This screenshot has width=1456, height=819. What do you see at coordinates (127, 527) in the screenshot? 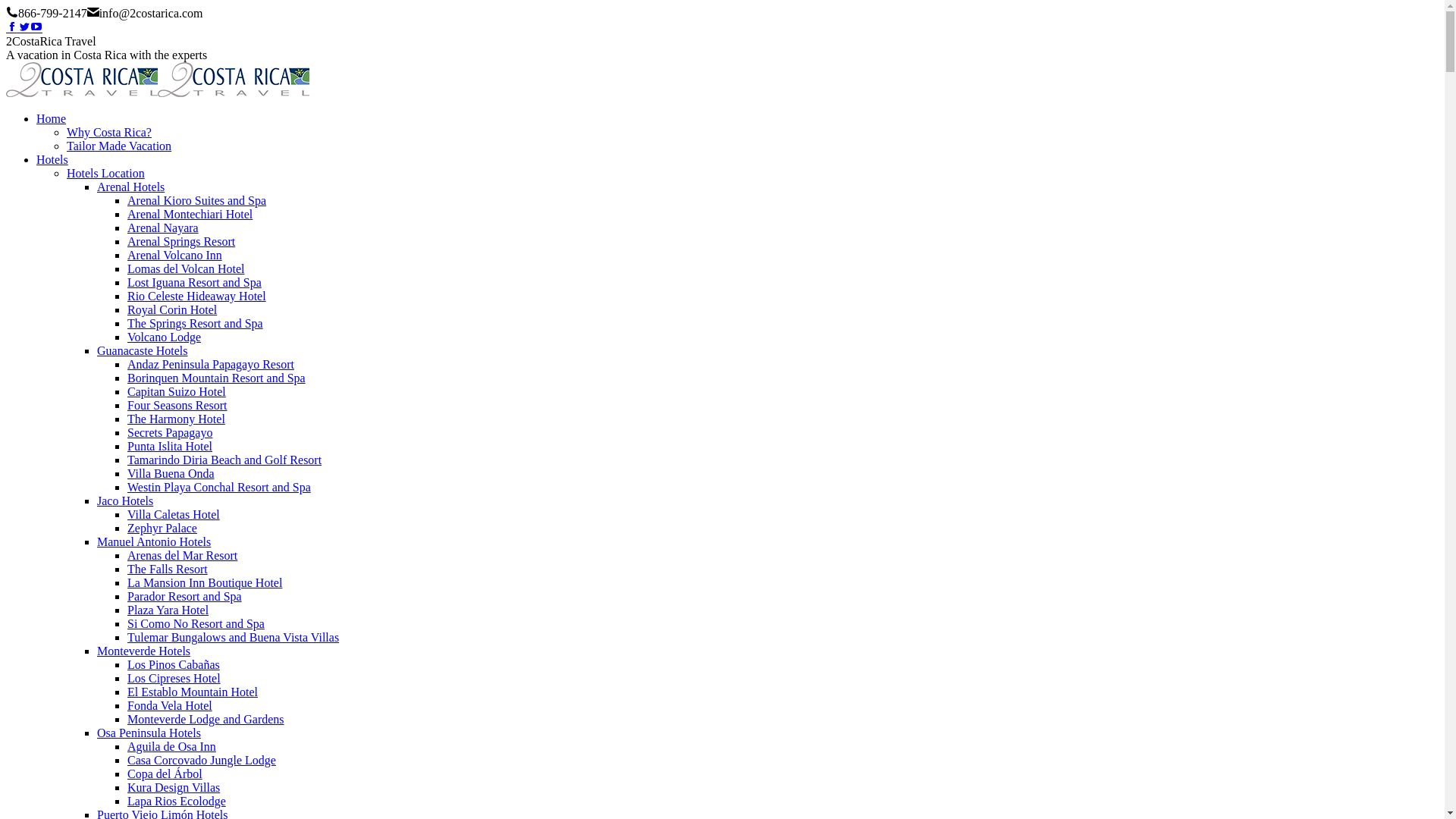
I see `'Zephyr Palace'` at bounding box center [127, 527].